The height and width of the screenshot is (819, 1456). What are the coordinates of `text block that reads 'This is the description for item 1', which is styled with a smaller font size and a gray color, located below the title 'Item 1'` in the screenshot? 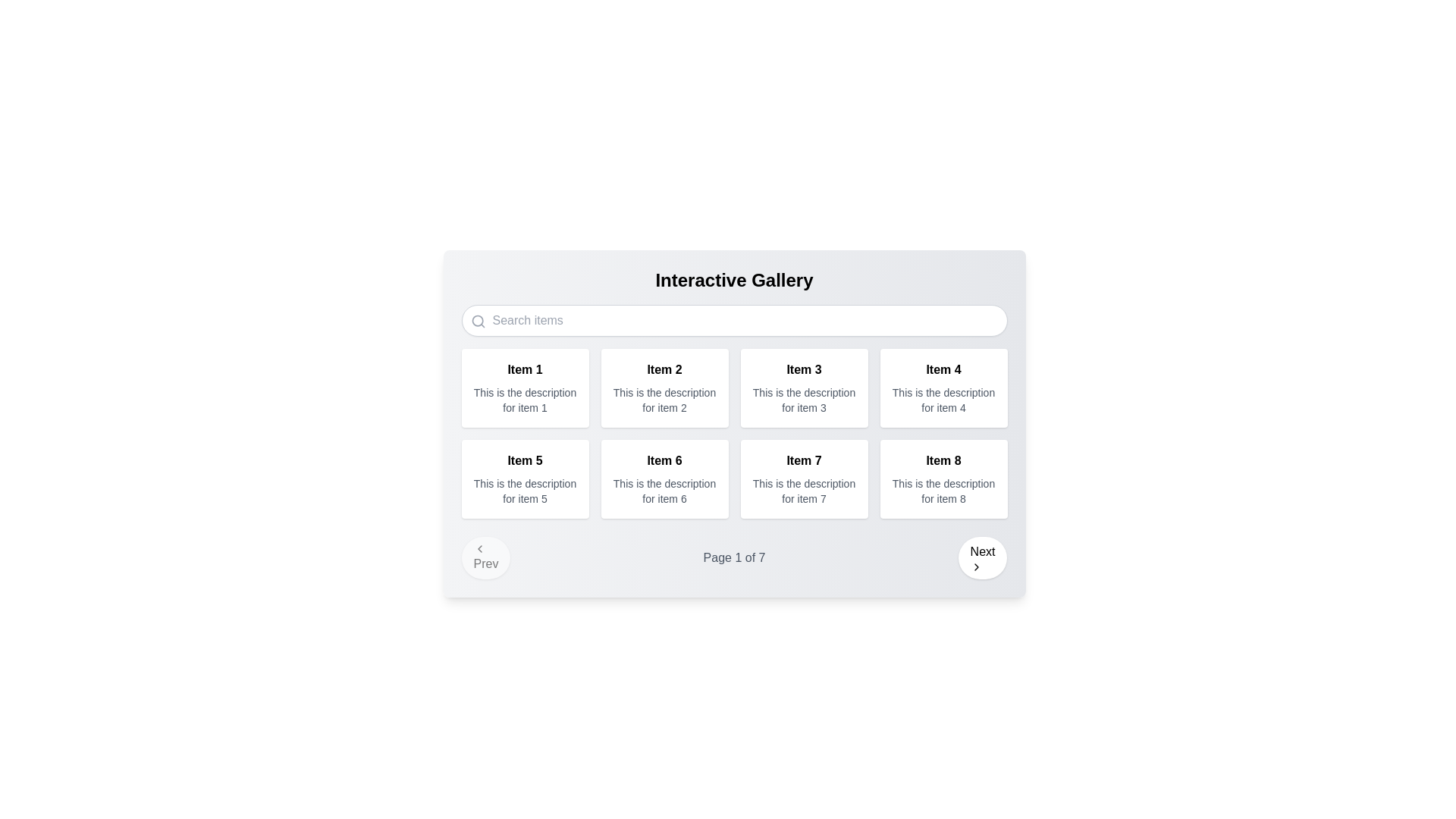 It's located at (525, 400).